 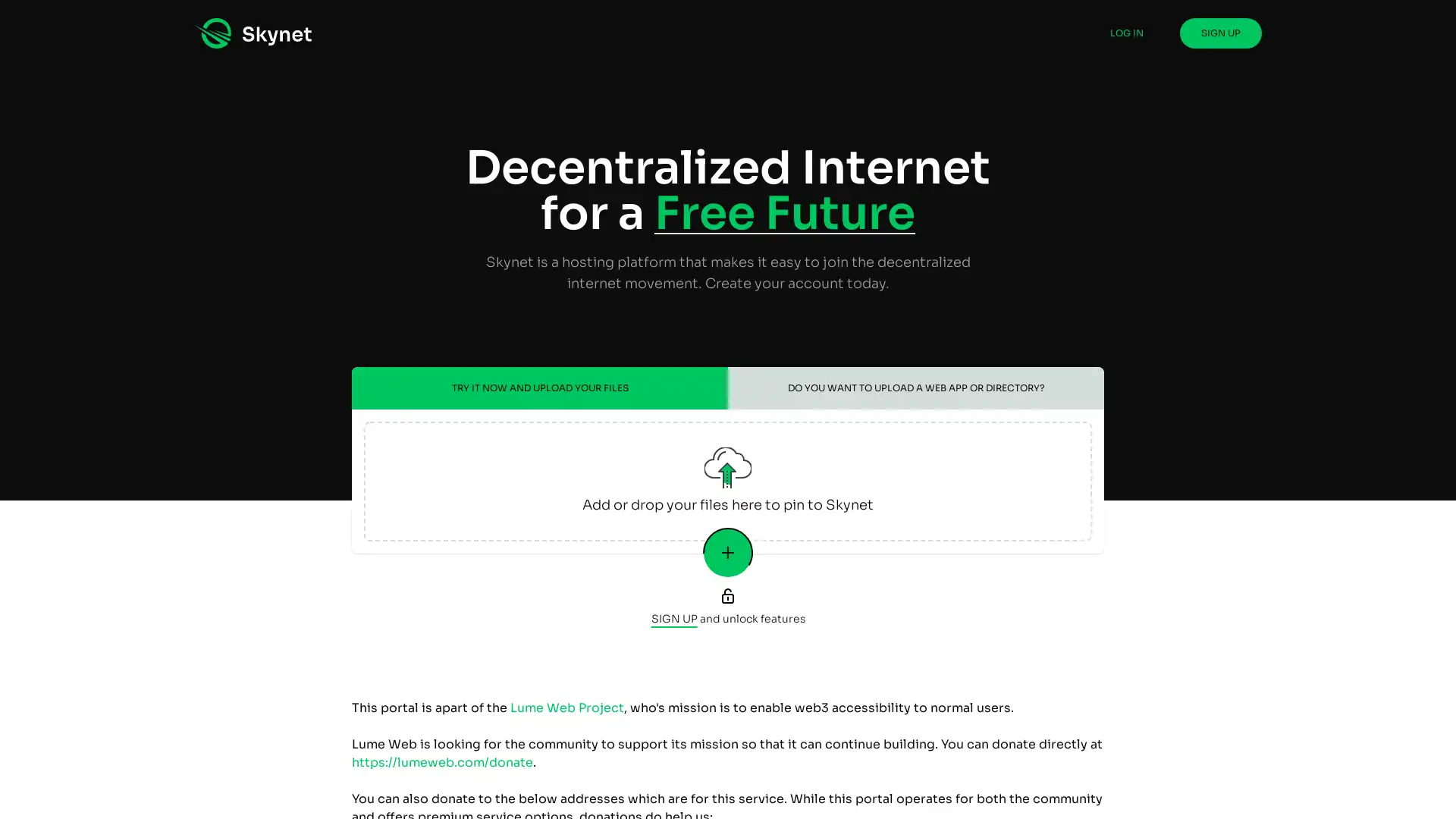 What do you see at coordinates (915, 388) in the screenshot?
I see `DO YOU WANT TO UPLOAD A WEB APP OR DIRECTORY?` at bounding box center [915, 388].